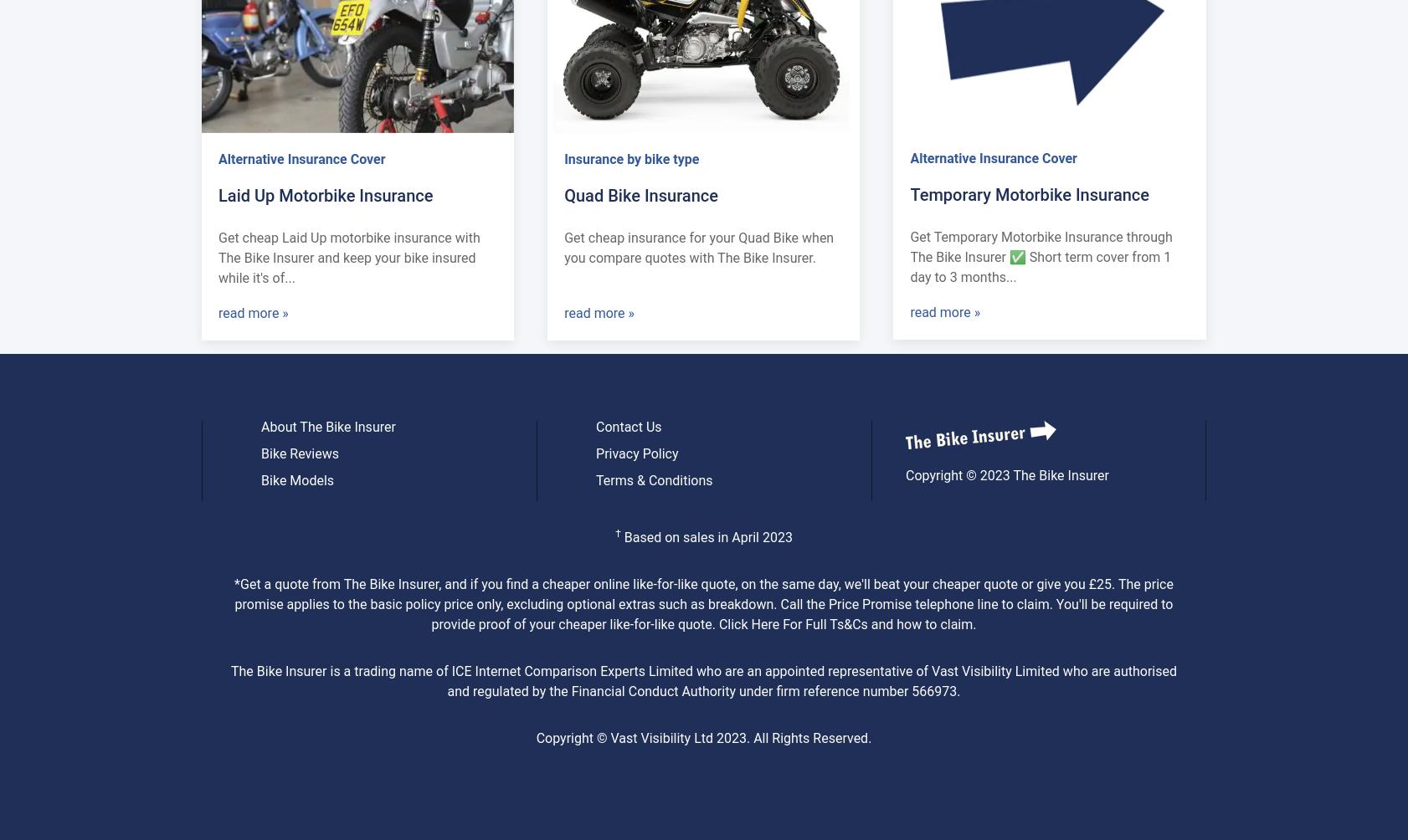 This screenshot has width=1408, height=840. What do you see at coordinates (631, 157) in the screenshot?
I see `'Insurance by bike type'` at bounding box center [631, 157].